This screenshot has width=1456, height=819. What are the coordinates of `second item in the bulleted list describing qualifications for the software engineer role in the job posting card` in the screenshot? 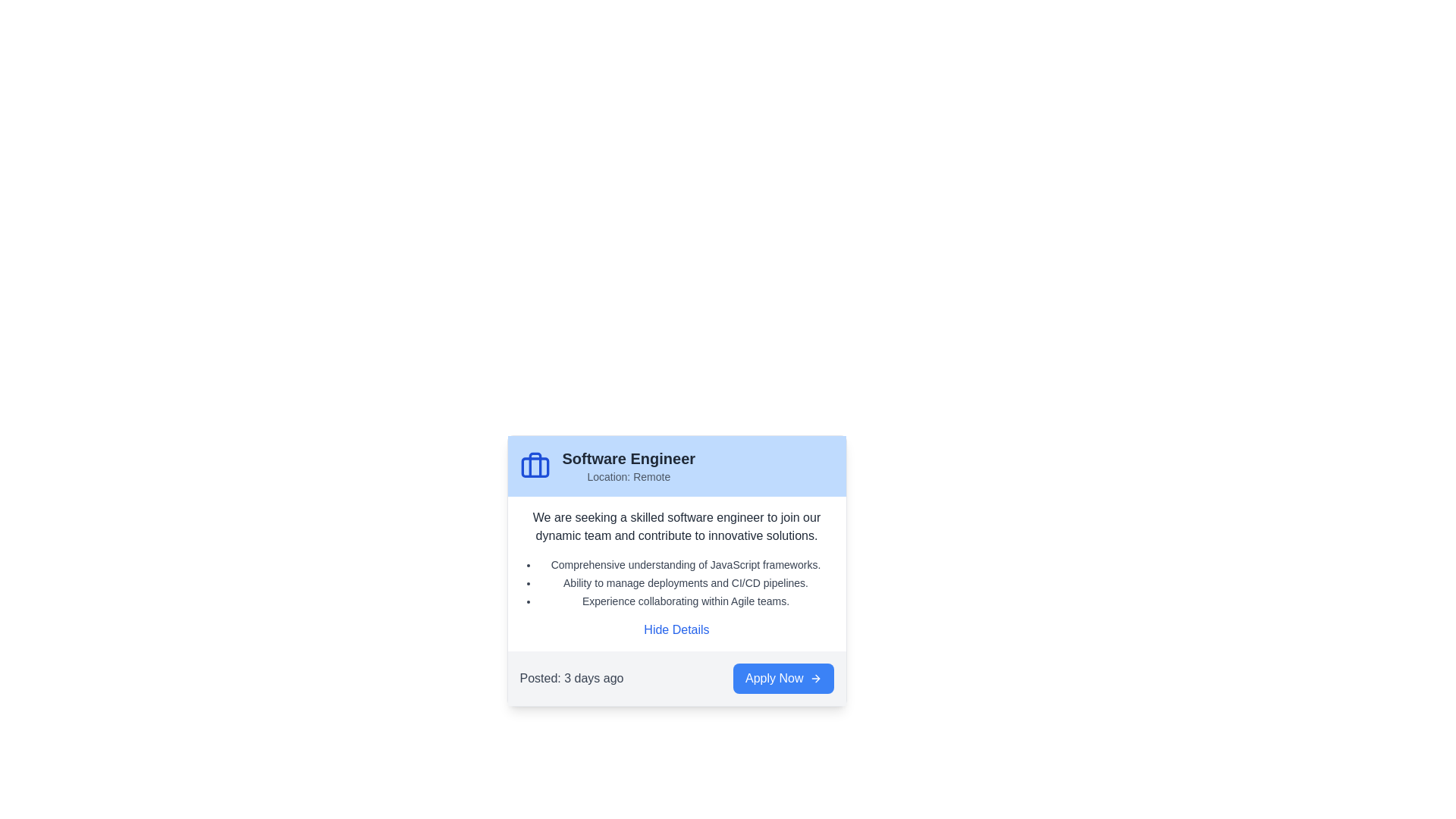 It's located at (685, 582).